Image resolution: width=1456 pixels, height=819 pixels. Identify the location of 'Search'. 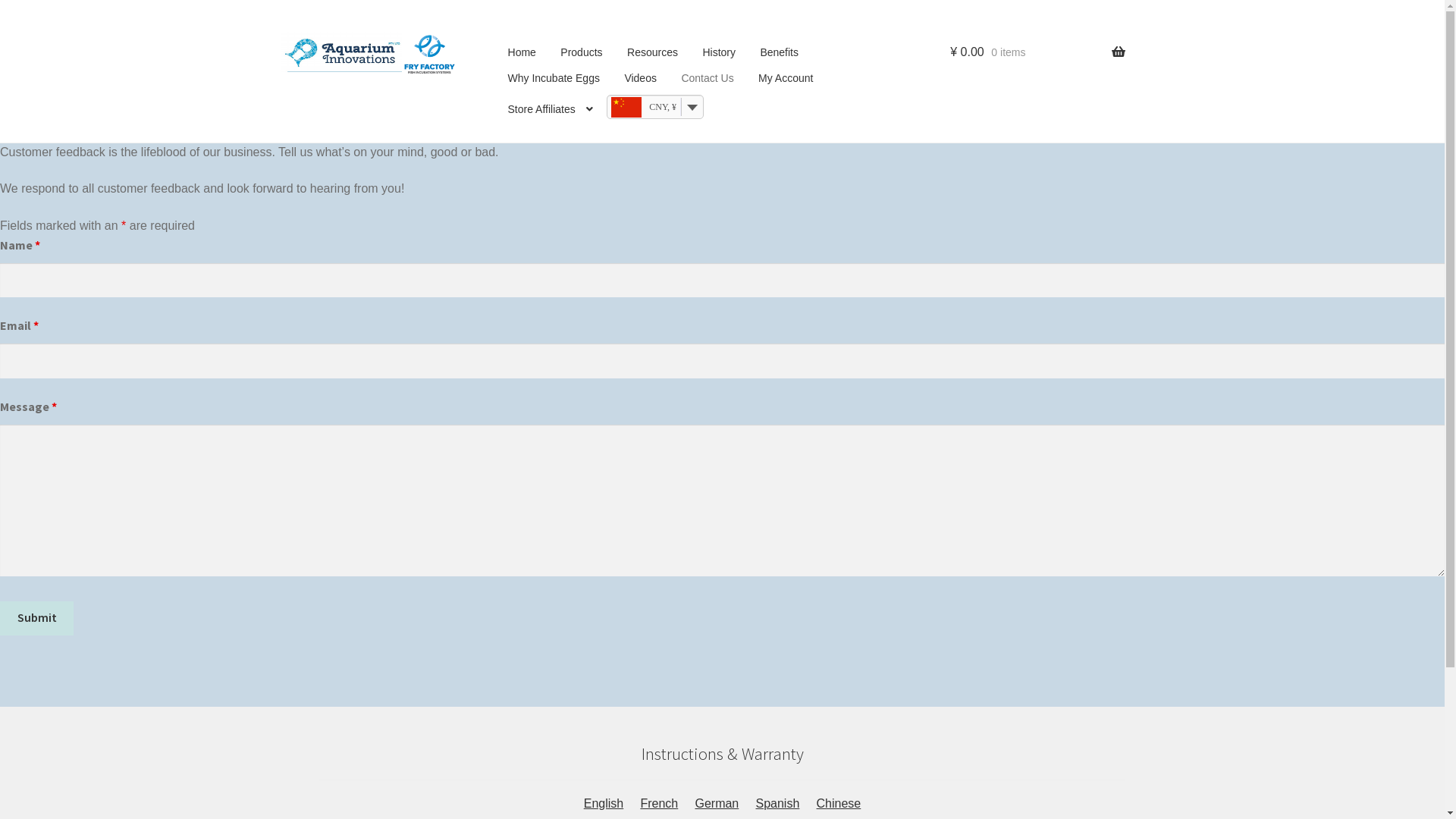
(949, 31).